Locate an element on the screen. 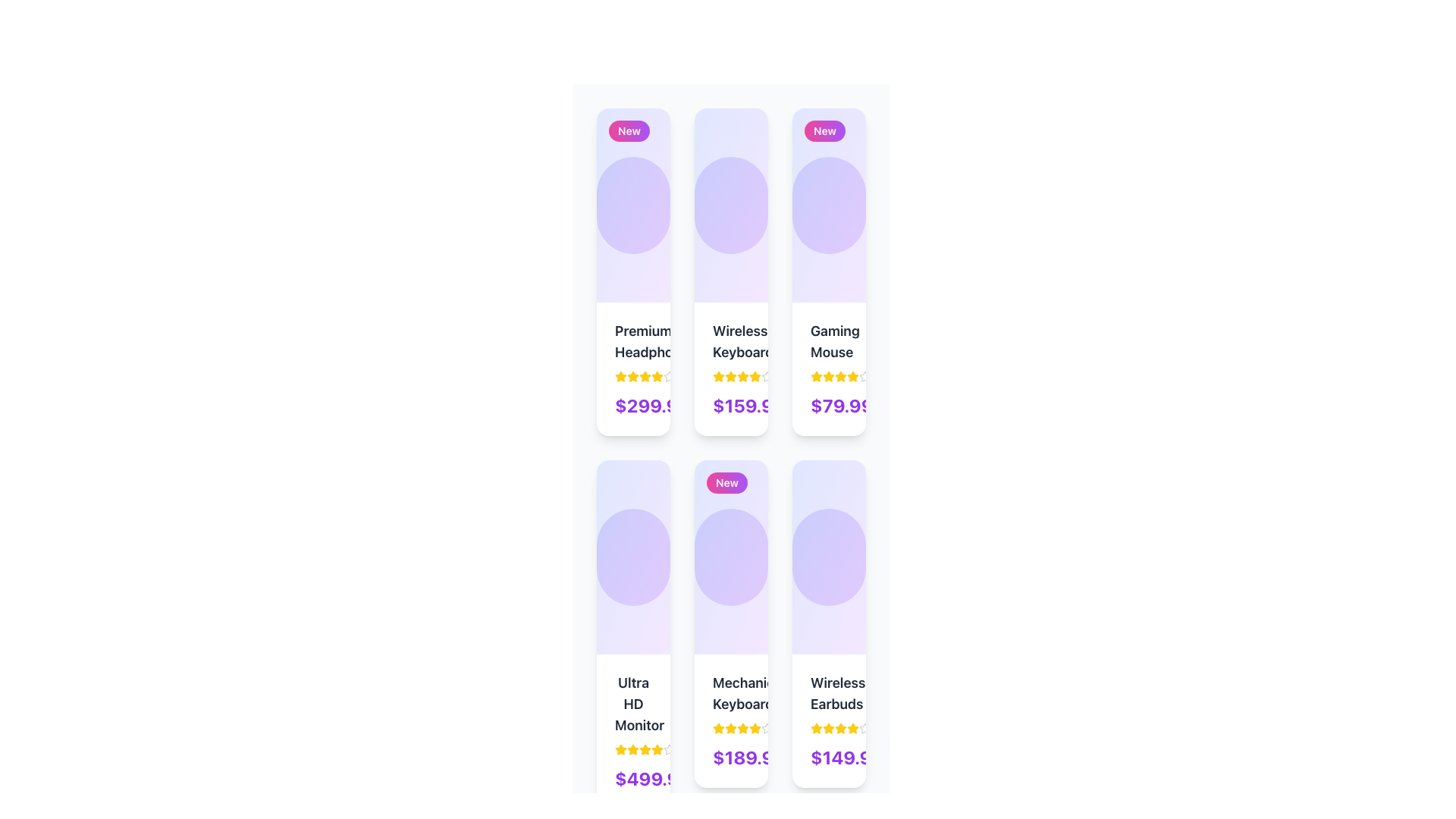 This screenshot has height=819, width=1456. the first filled yellow star icon in the rating section of the product card to interact with the rating interface is located at coordinates (718, 727).